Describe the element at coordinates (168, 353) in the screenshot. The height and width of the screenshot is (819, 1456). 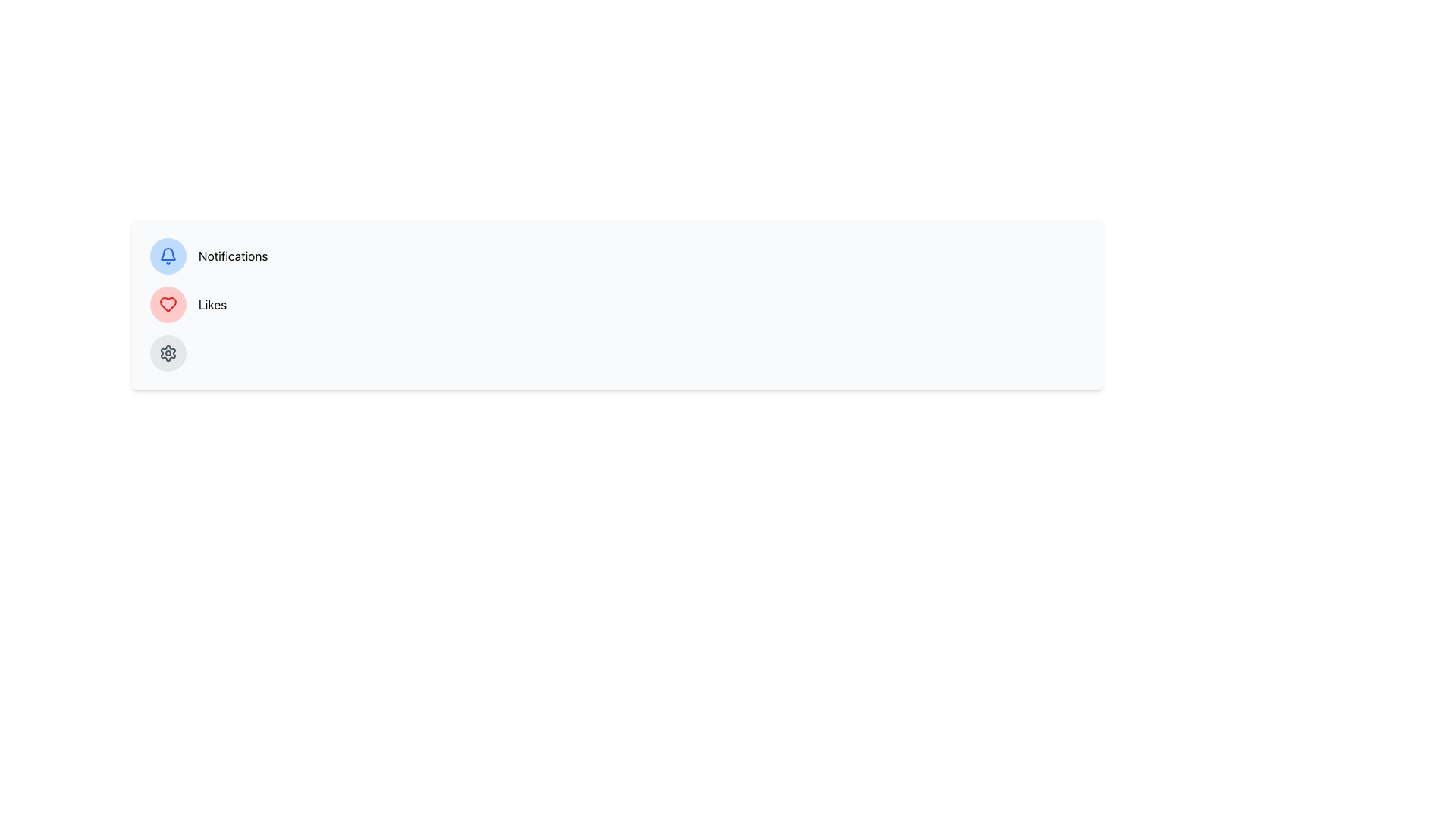
I see `the interactive settings button, which is the third option` at that location.